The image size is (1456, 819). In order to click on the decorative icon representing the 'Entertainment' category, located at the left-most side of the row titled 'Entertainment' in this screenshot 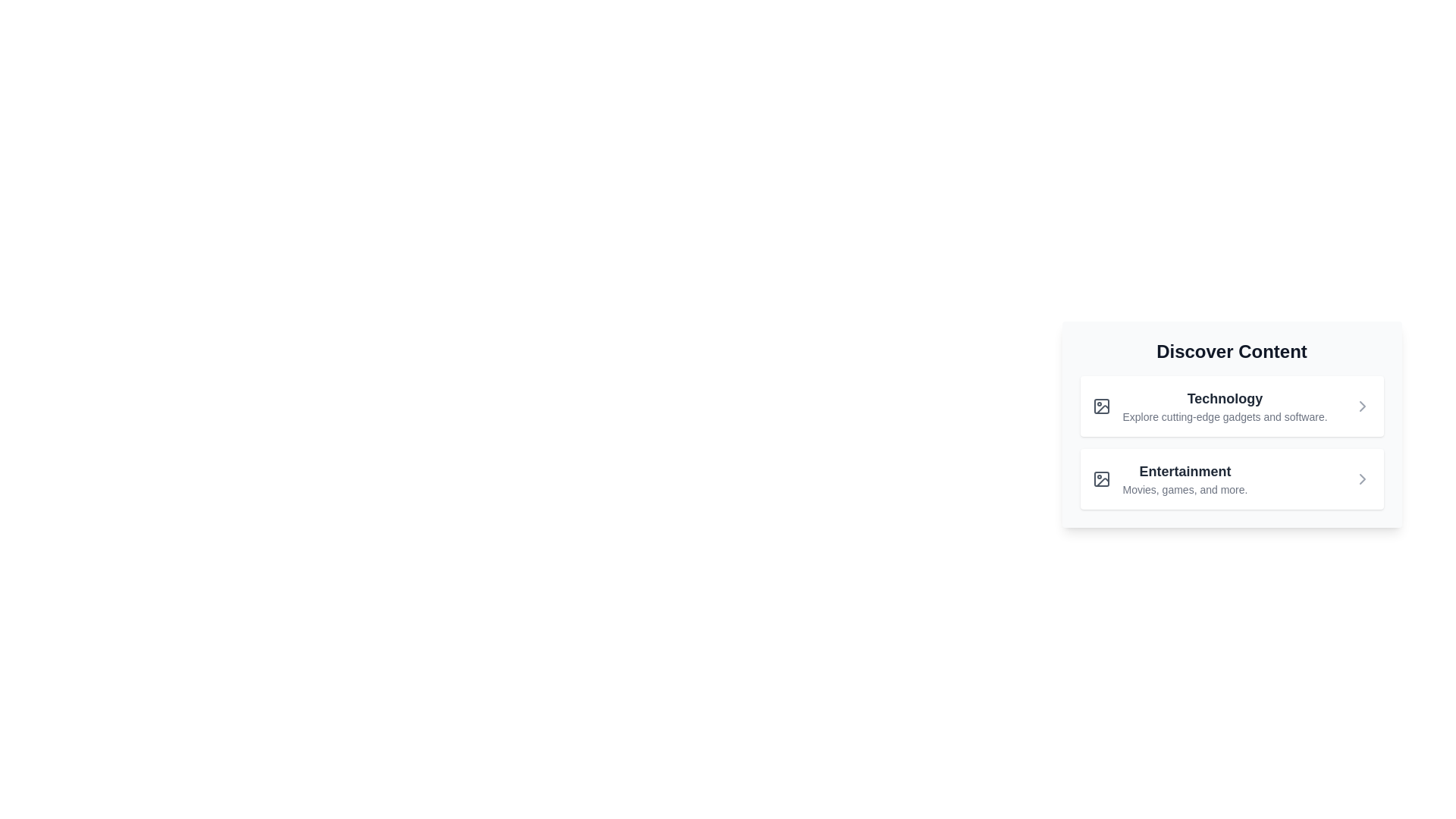, I will do `click(1101, 479)`.